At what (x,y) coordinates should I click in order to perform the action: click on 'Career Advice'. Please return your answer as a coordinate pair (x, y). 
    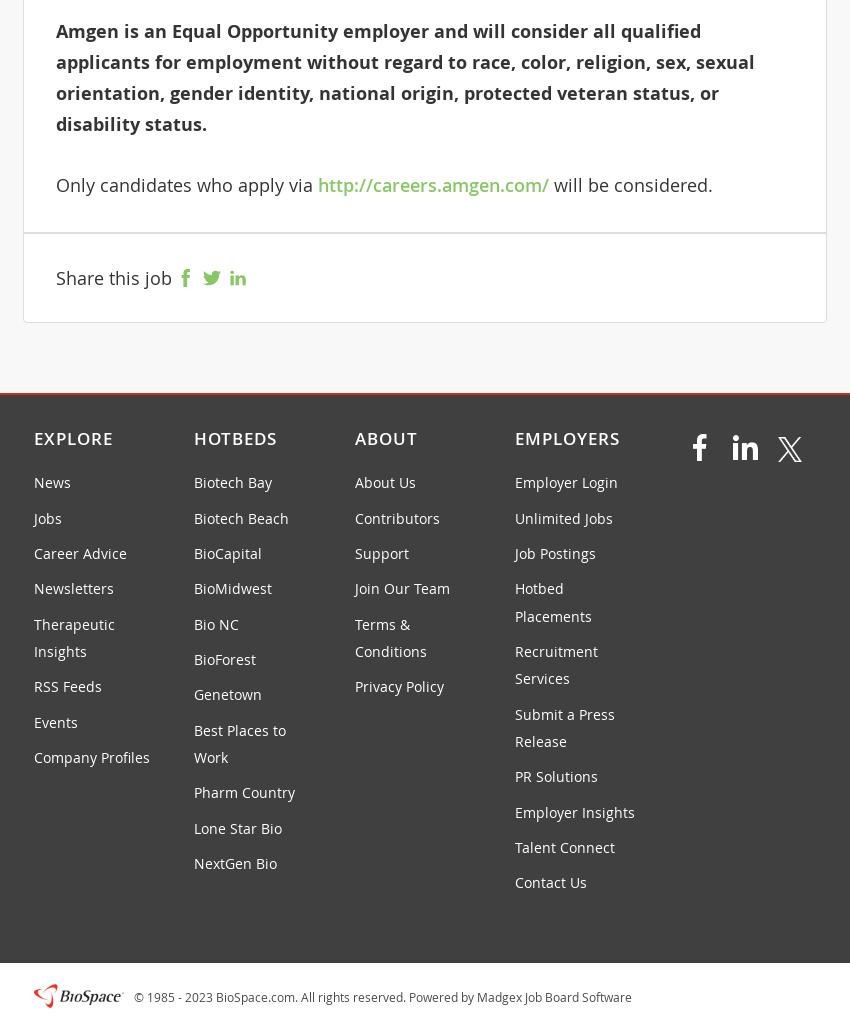
    Looking at the image, I should click on (80, 552).